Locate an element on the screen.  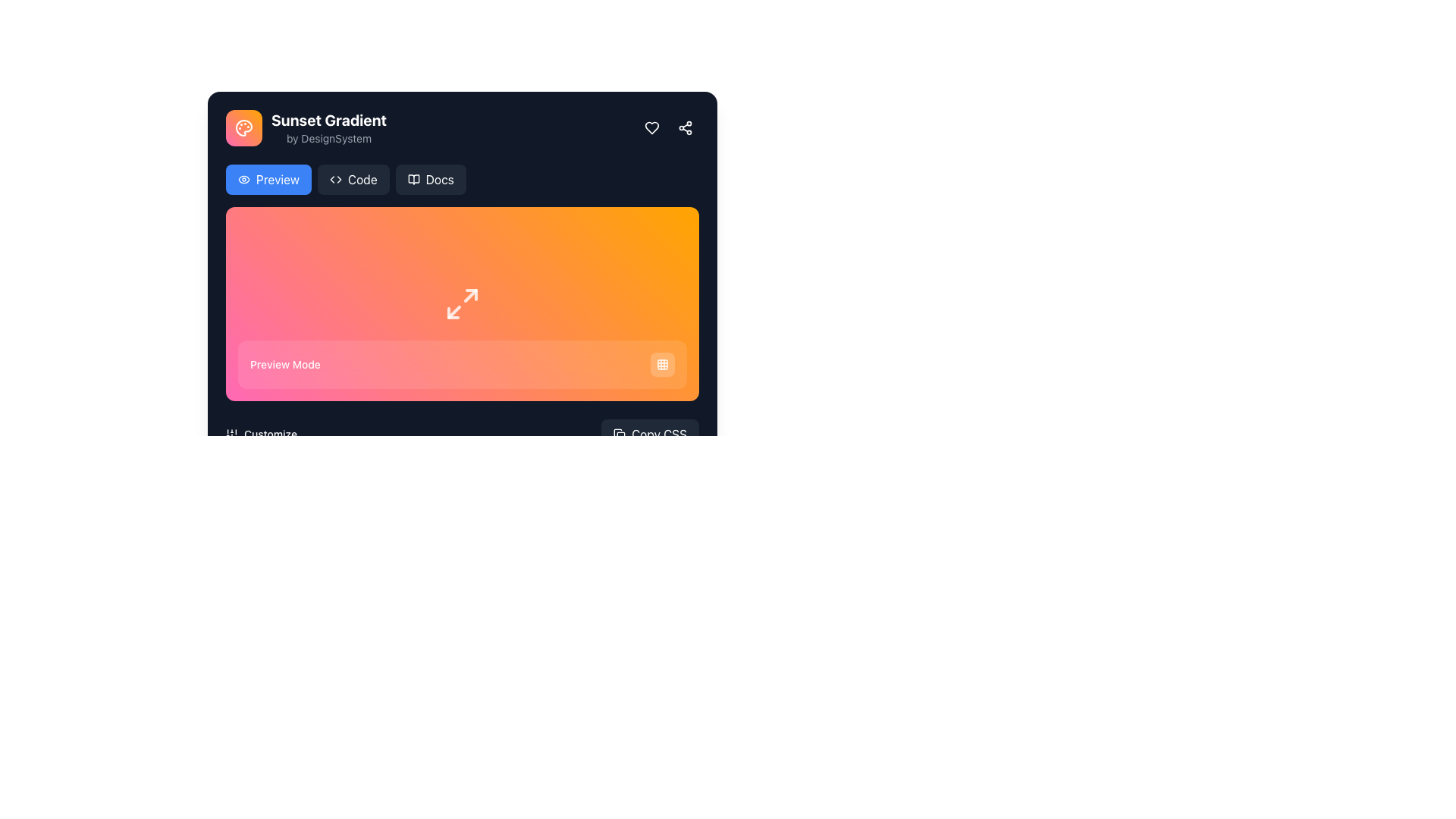
the heart-shaped icon with a hollow center, located in the top-right corner of the interface is located at coordinates (651, 127).